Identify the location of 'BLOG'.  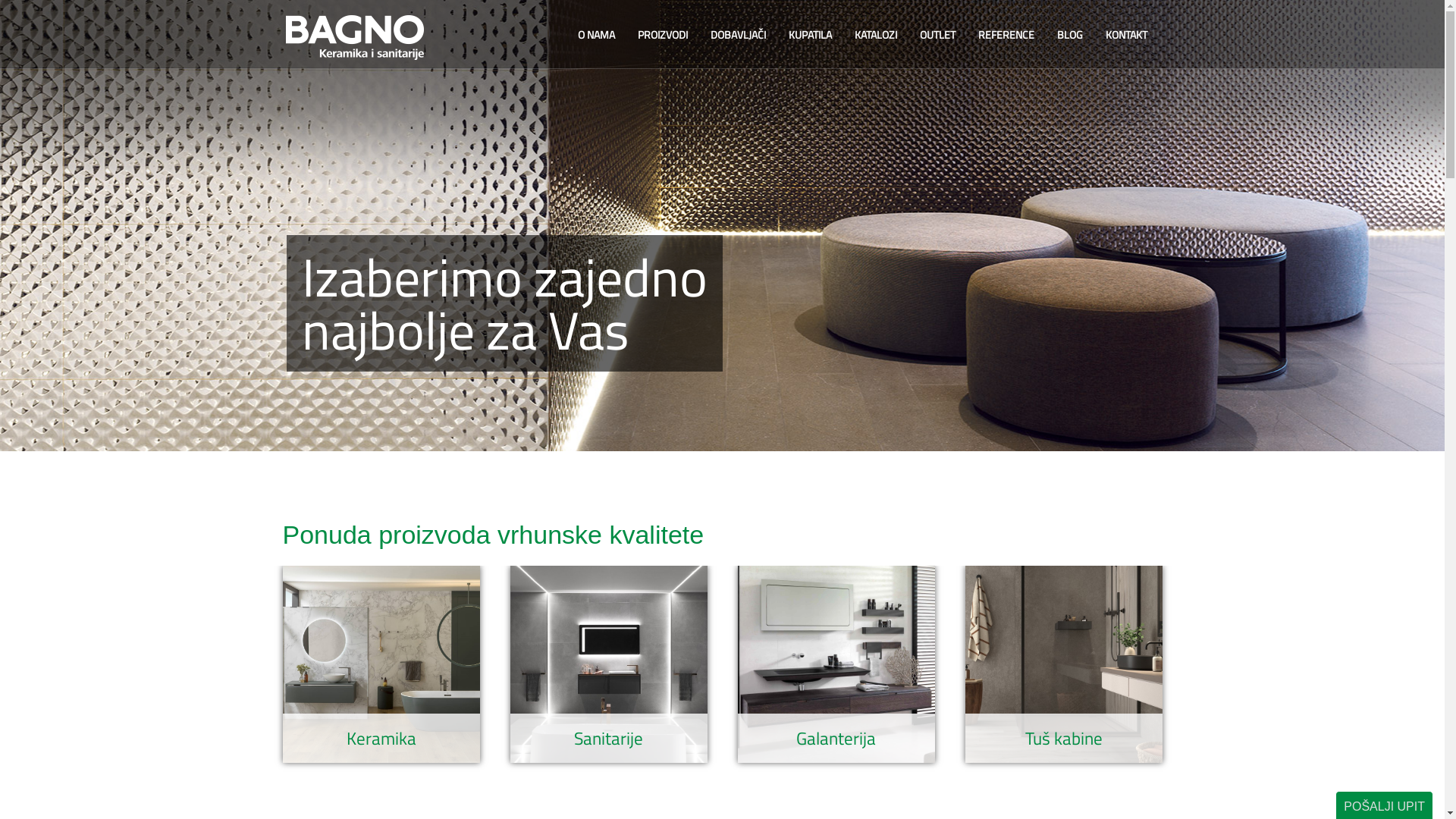
(1043, 34).